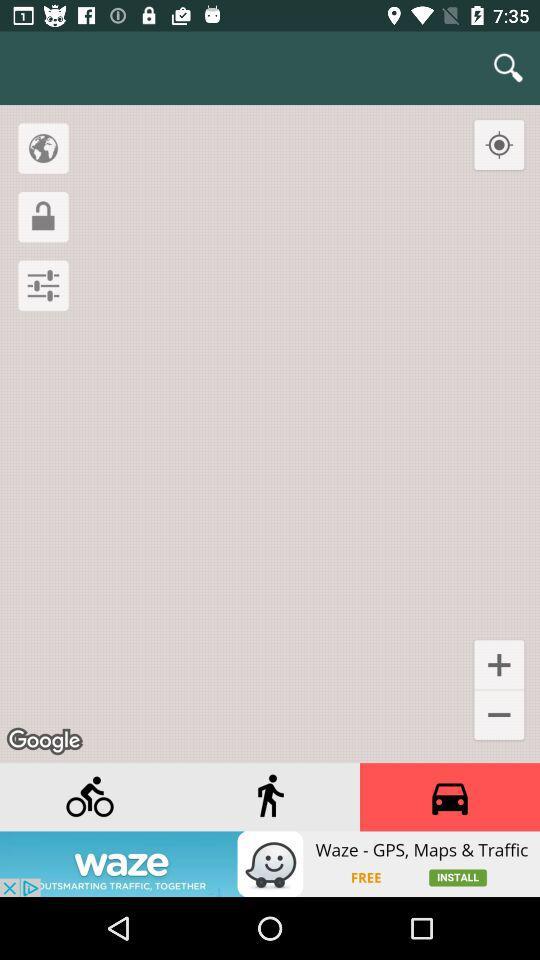 This screenshot has height=960, width=540. Describe the element at coordinates (43, 147) in the screenshot. I see `navigate the earth globe` at that location.